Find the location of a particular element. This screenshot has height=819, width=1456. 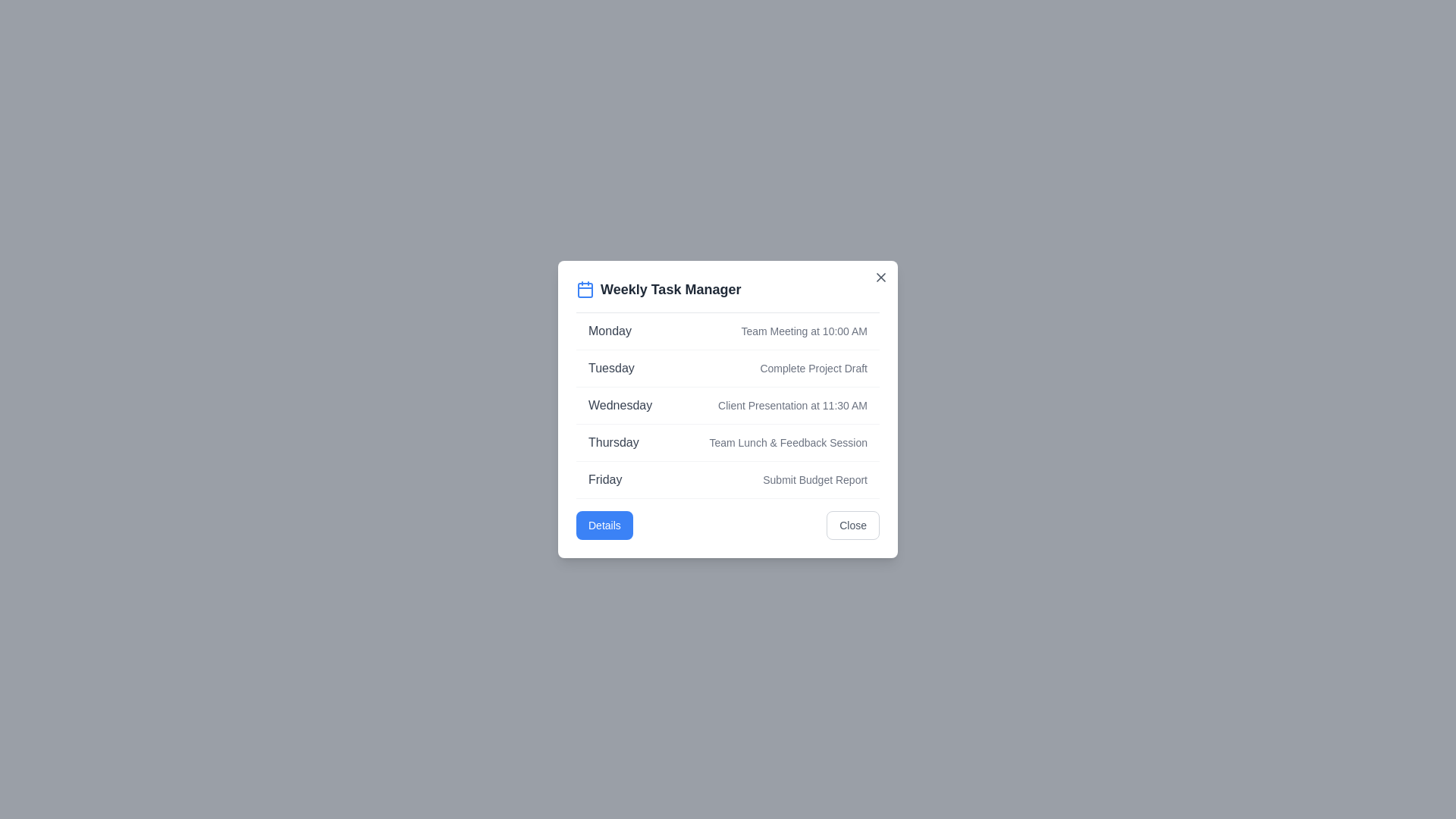

the 'Details' button to view the detailed schedule is located at coordinates (603, 525).